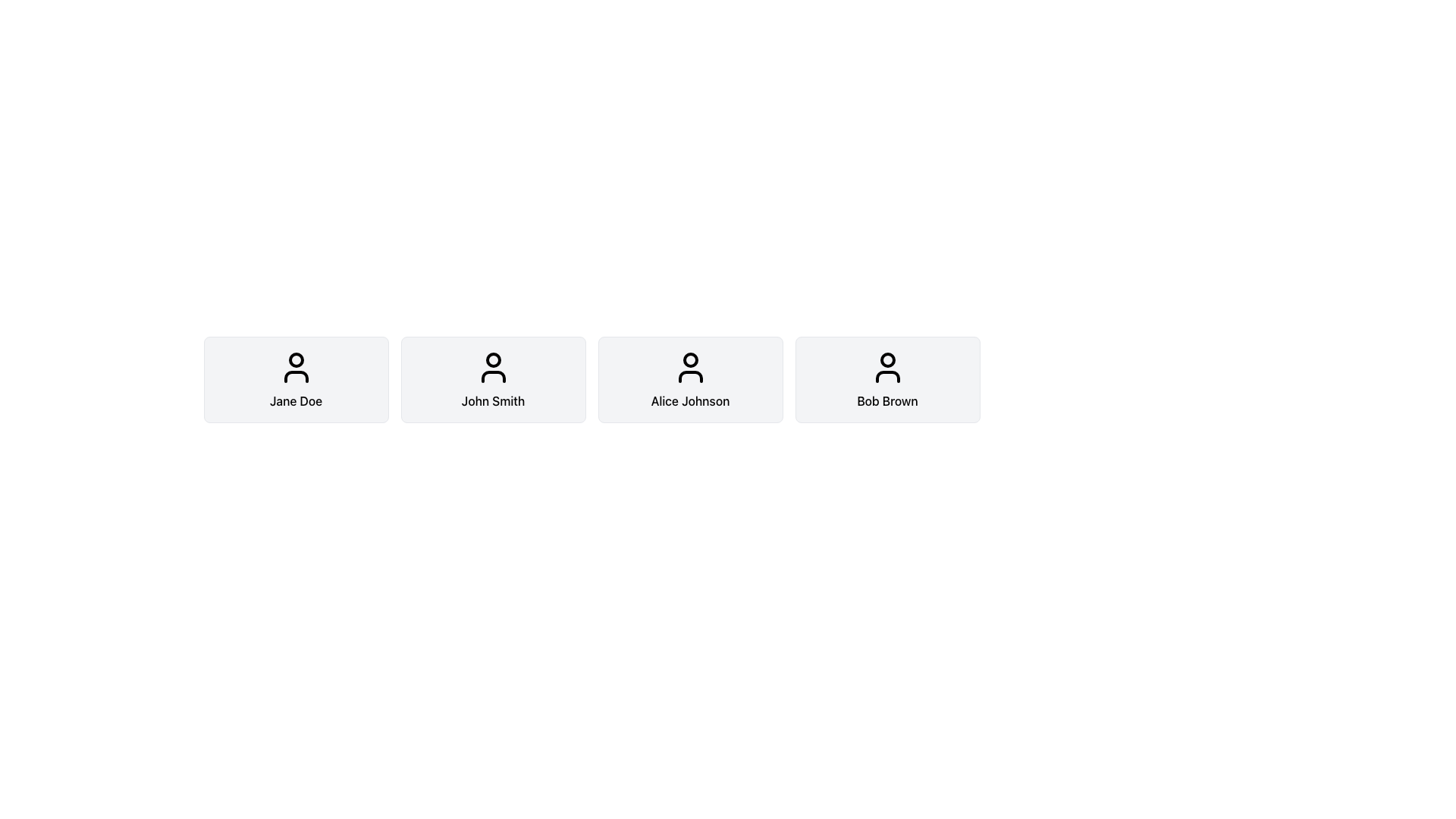  Describe the element at coordinates (689, 359) in the screenshot. I see `the head portion of the user profile icon labeled 'Alice Johnson', which is the third icon from the left in a horizontal grid of user cards` at that location.